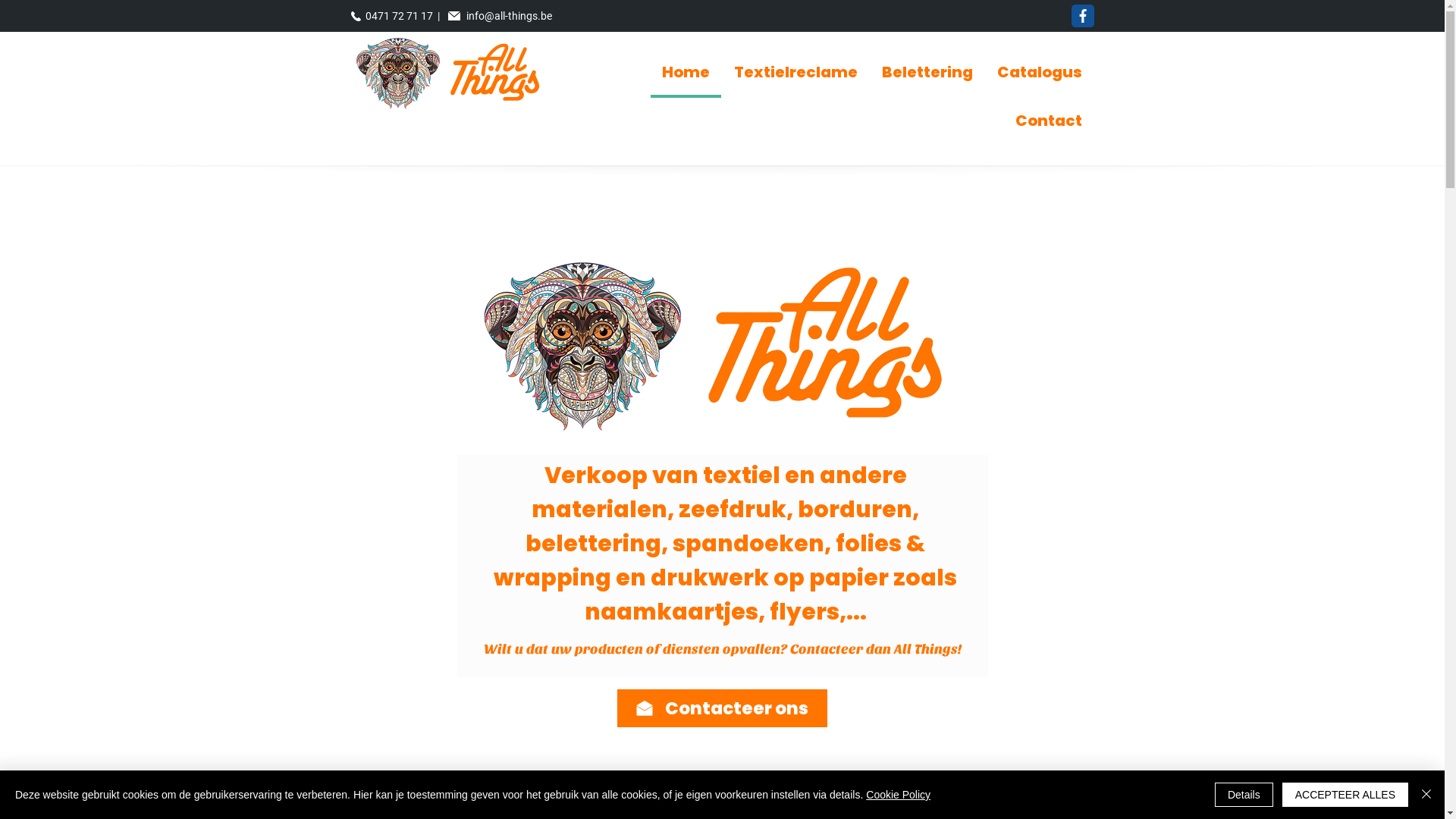  I want to click on 'ACCEPTEER ALLES', so click(1281, 794).